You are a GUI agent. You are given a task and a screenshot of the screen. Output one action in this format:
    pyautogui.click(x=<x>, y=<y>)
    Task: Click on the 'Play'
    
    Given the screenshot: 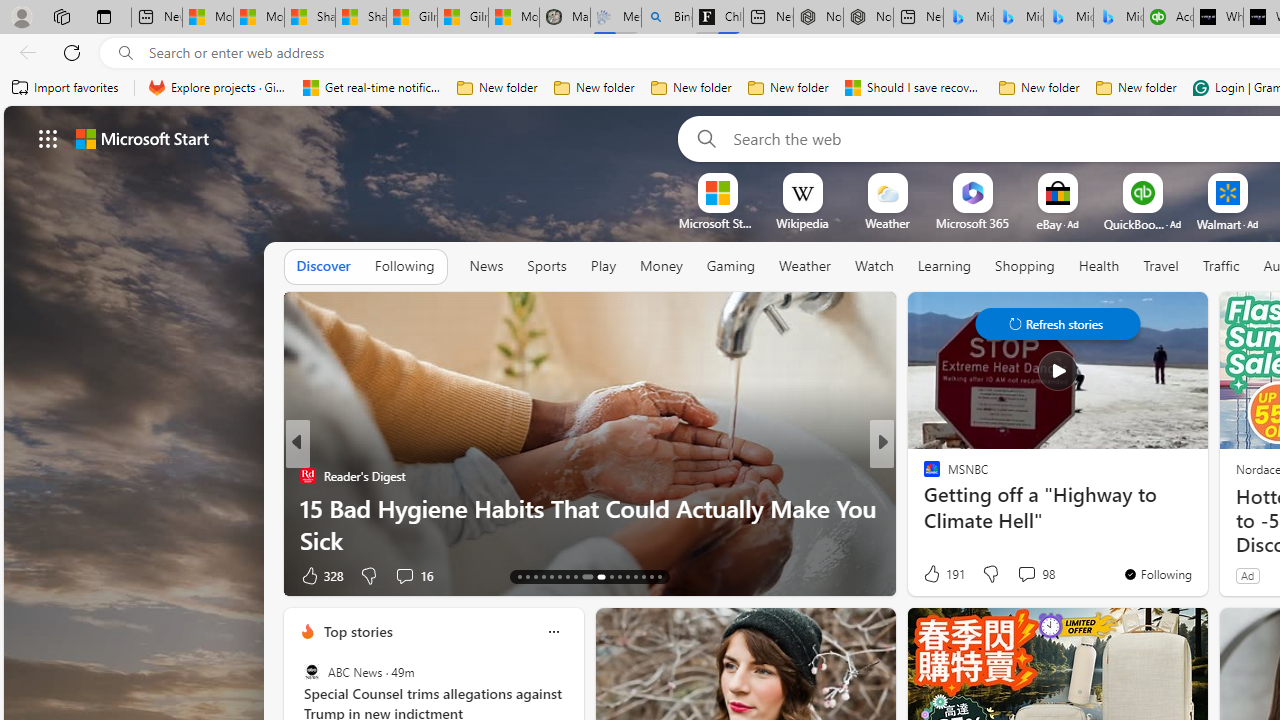 What is the action you would take?
    pyautogui.click(x=601, y=265)
    